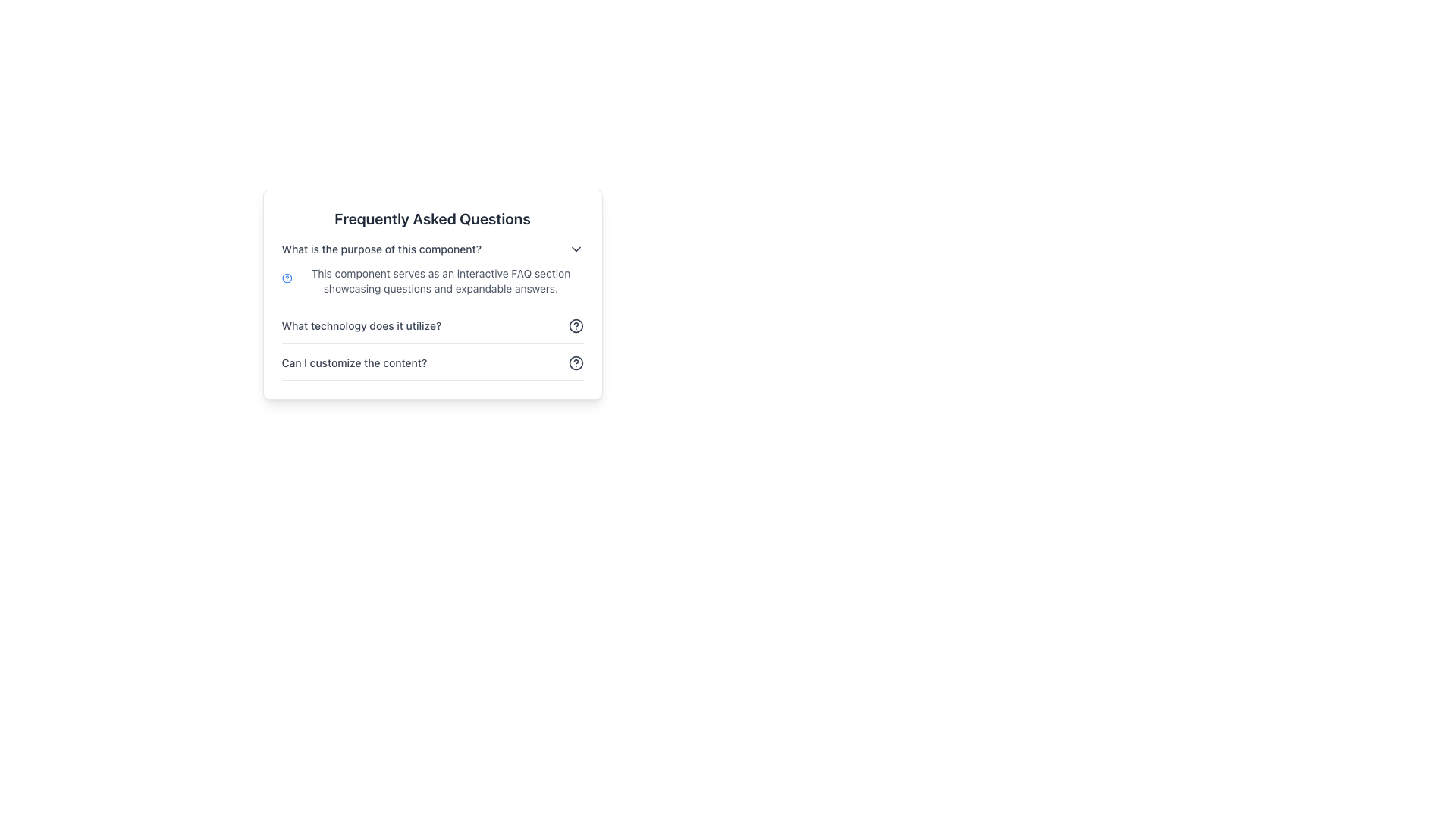 Image resolution: width=1456 pixels, height=819 pixels. Describe the element at coordinates (431, 281) in the screenshot. I see `information presented in the text block located directly below the question 'What is the purpose of this component?' in the FAQ section` at that location.